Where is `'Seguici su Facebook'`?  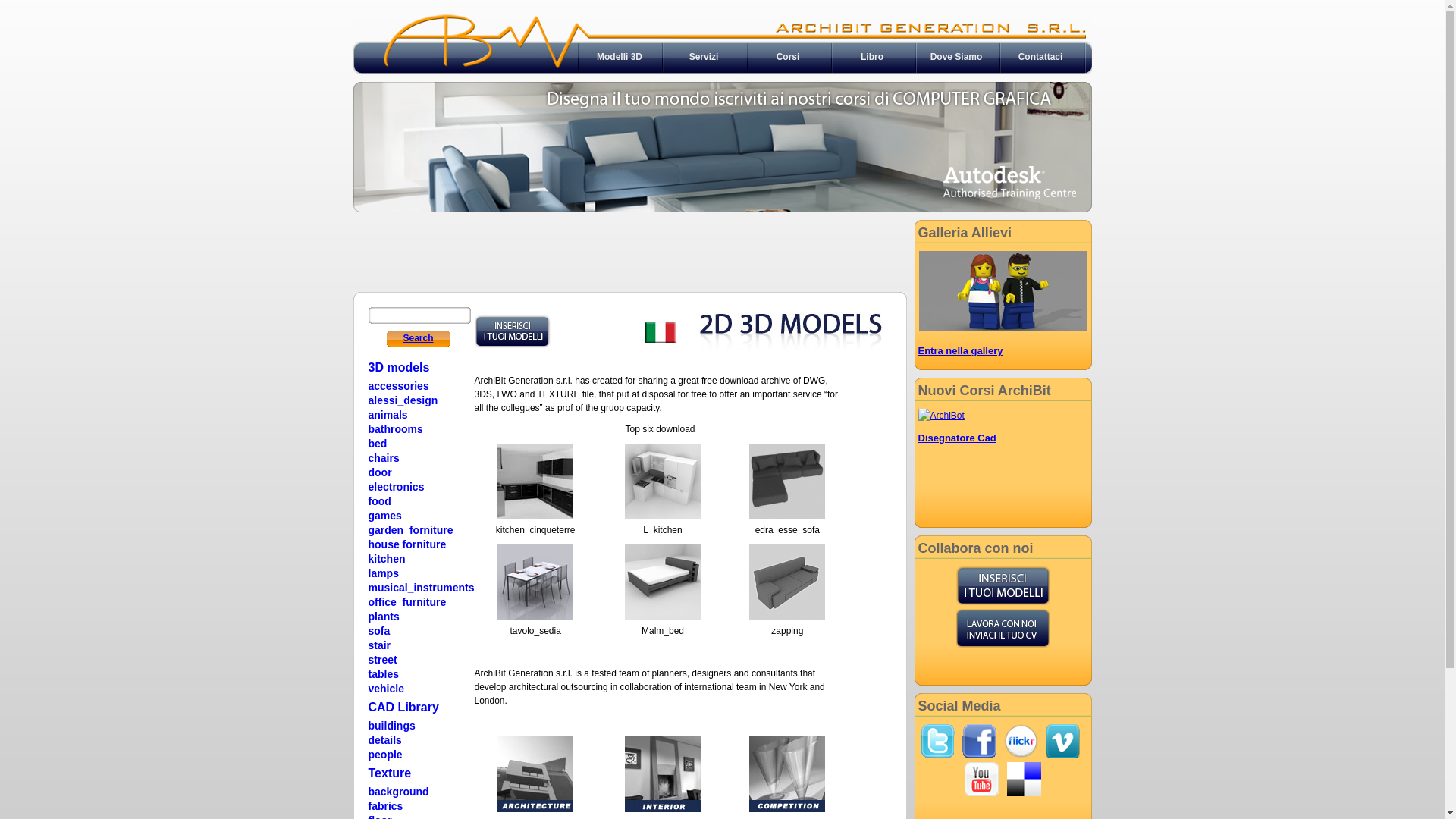 'Seguici su Facebook' is located at coordinates (979, 740).